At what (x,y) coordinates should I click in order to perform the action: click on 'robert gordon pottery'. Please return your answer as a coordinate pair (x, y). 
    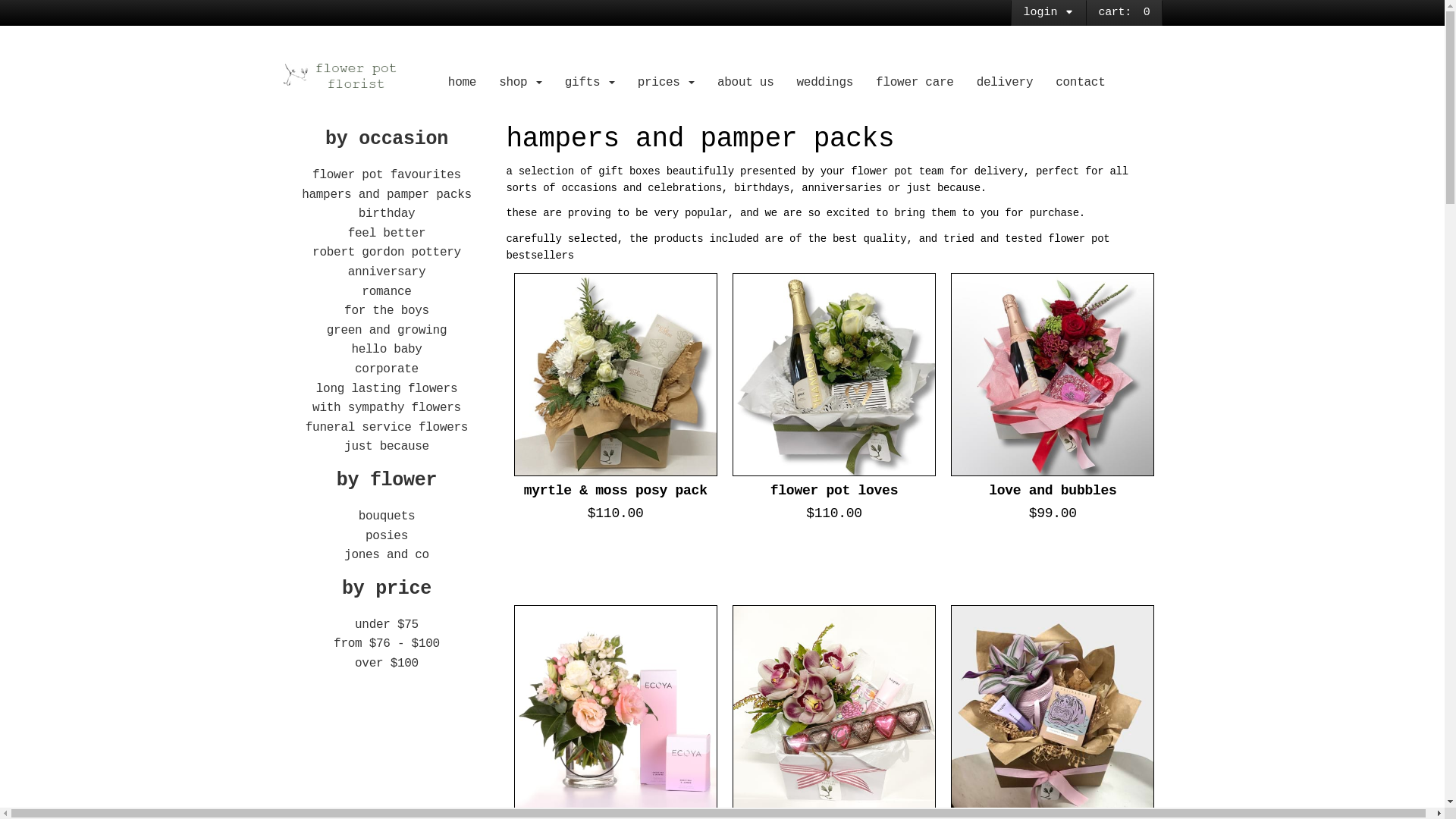
    Looking at the image, I should click on (386, 251).